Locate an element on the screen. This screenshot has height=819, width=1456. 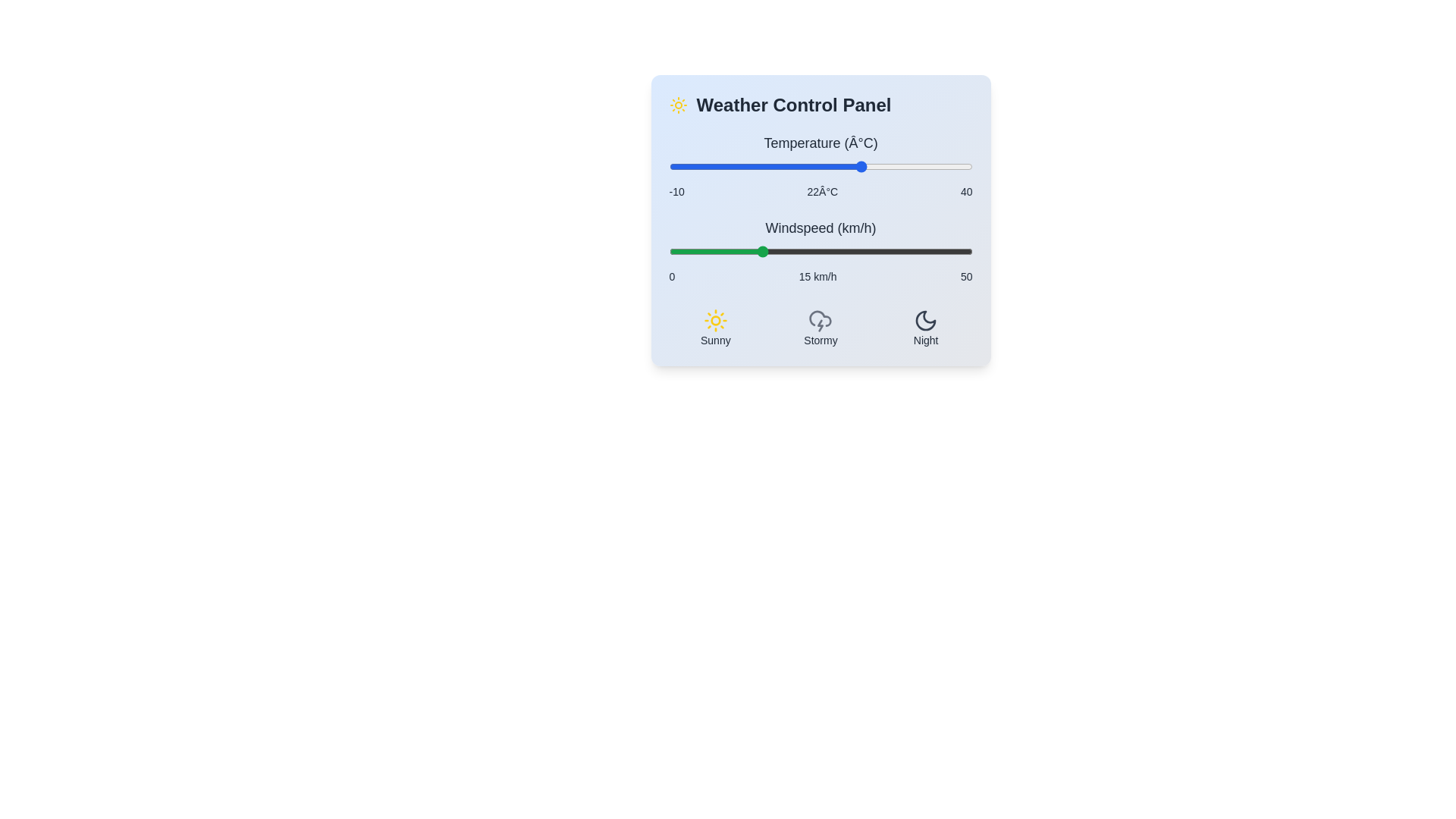
the static text label that specifies the unit of measurement for wind speed, which is located to the right of the label 'Windspeed (km/h)' is located at coordinates (857, 227).